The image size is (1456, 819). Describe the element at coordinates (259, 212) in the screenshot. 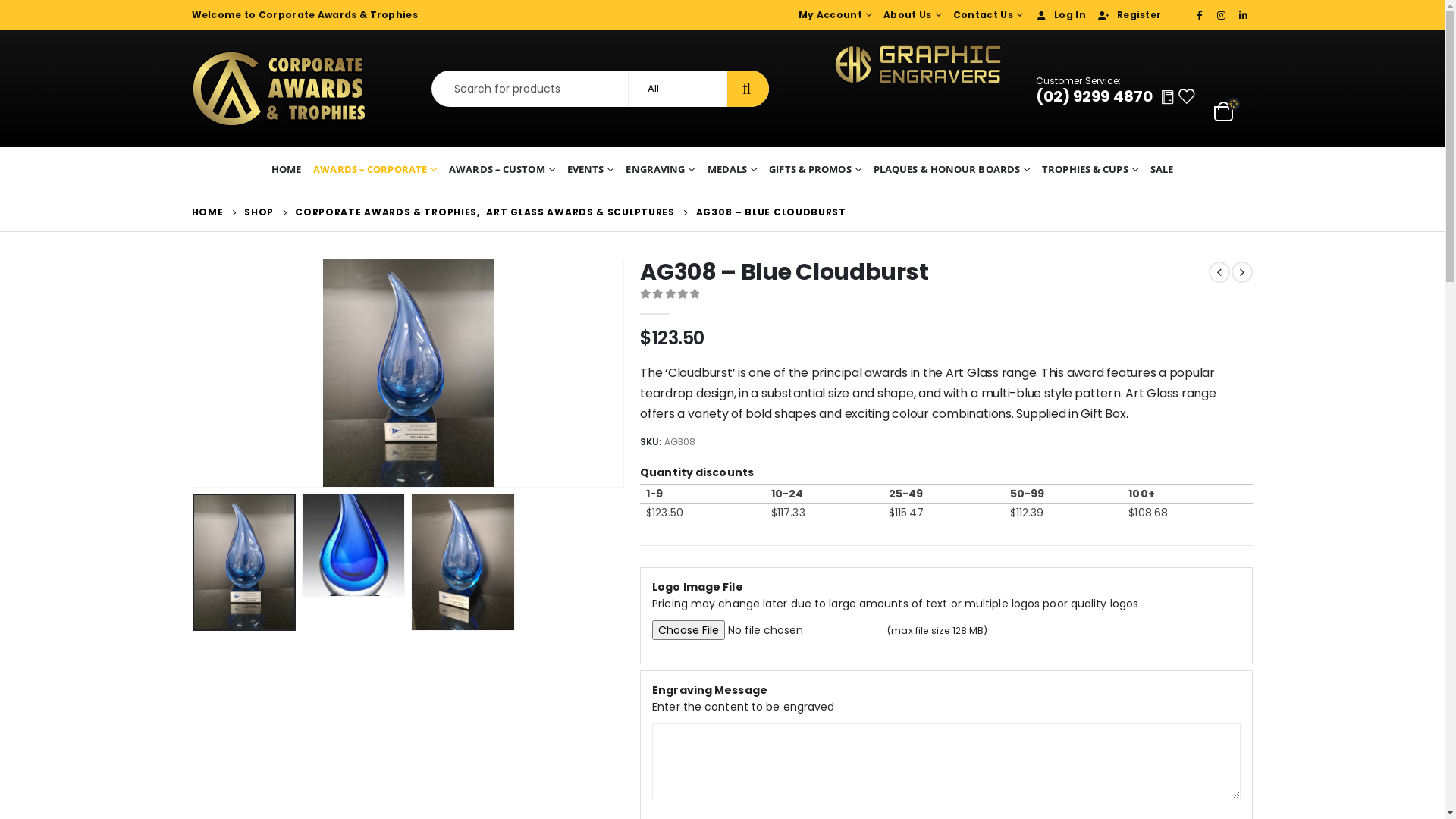

I see `'SHOP'` at that location.